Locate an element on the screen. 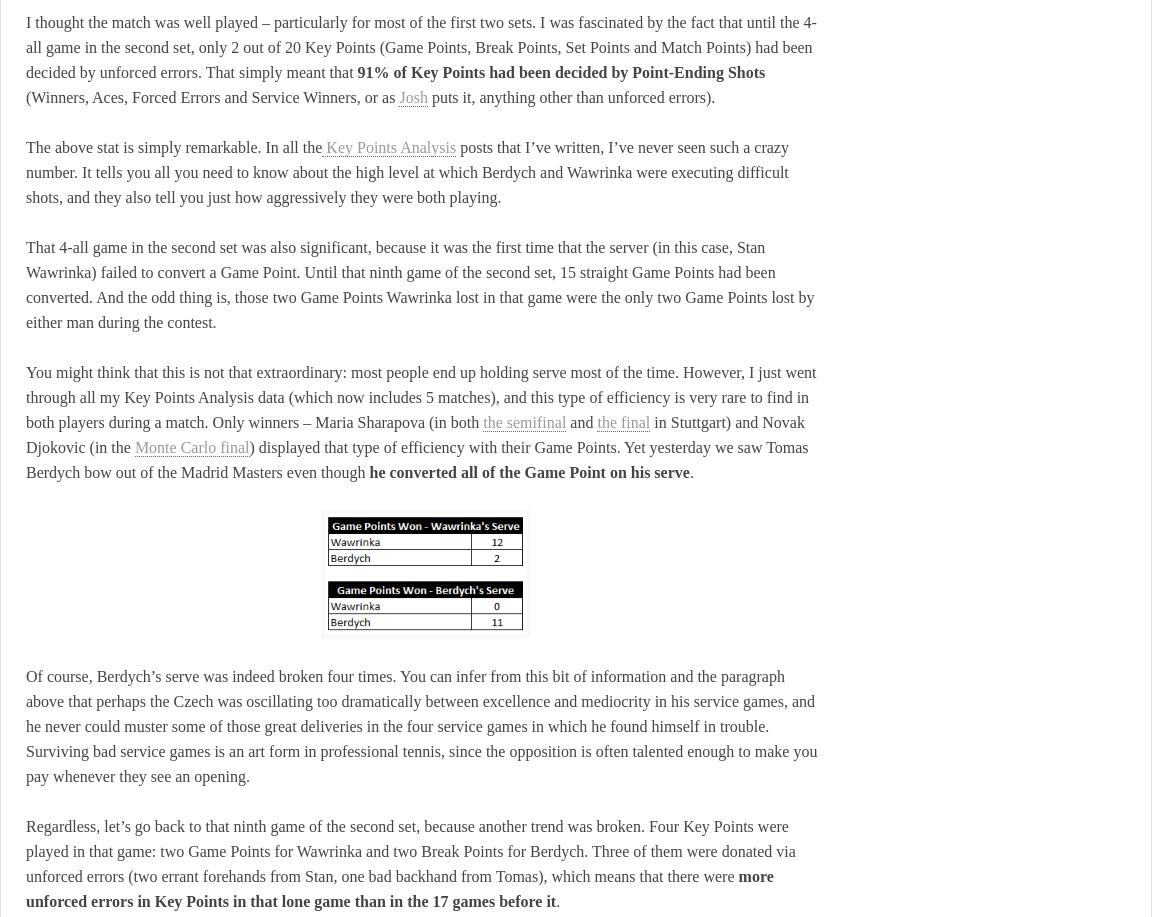 The width and height of the screenshot is (1152, 917). '(Winners, Aces, Forced Errors and Service Winners, or as' is located at coordinates (212, 96).